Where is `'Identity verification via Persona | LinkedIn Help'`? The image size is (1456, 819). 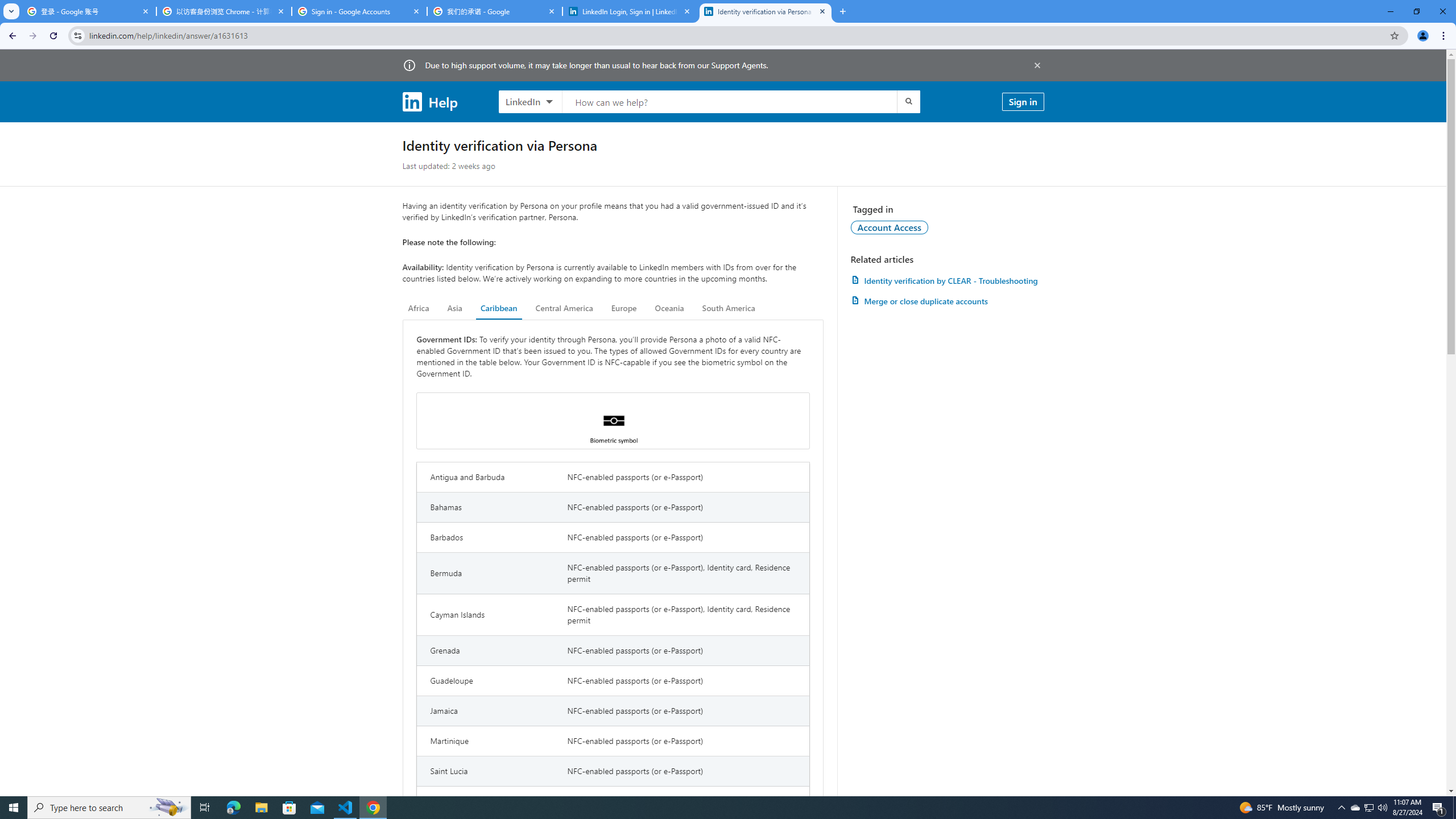 'Identity verification via Persona | LinkedIn Help' is located at coordinates (765, 11).